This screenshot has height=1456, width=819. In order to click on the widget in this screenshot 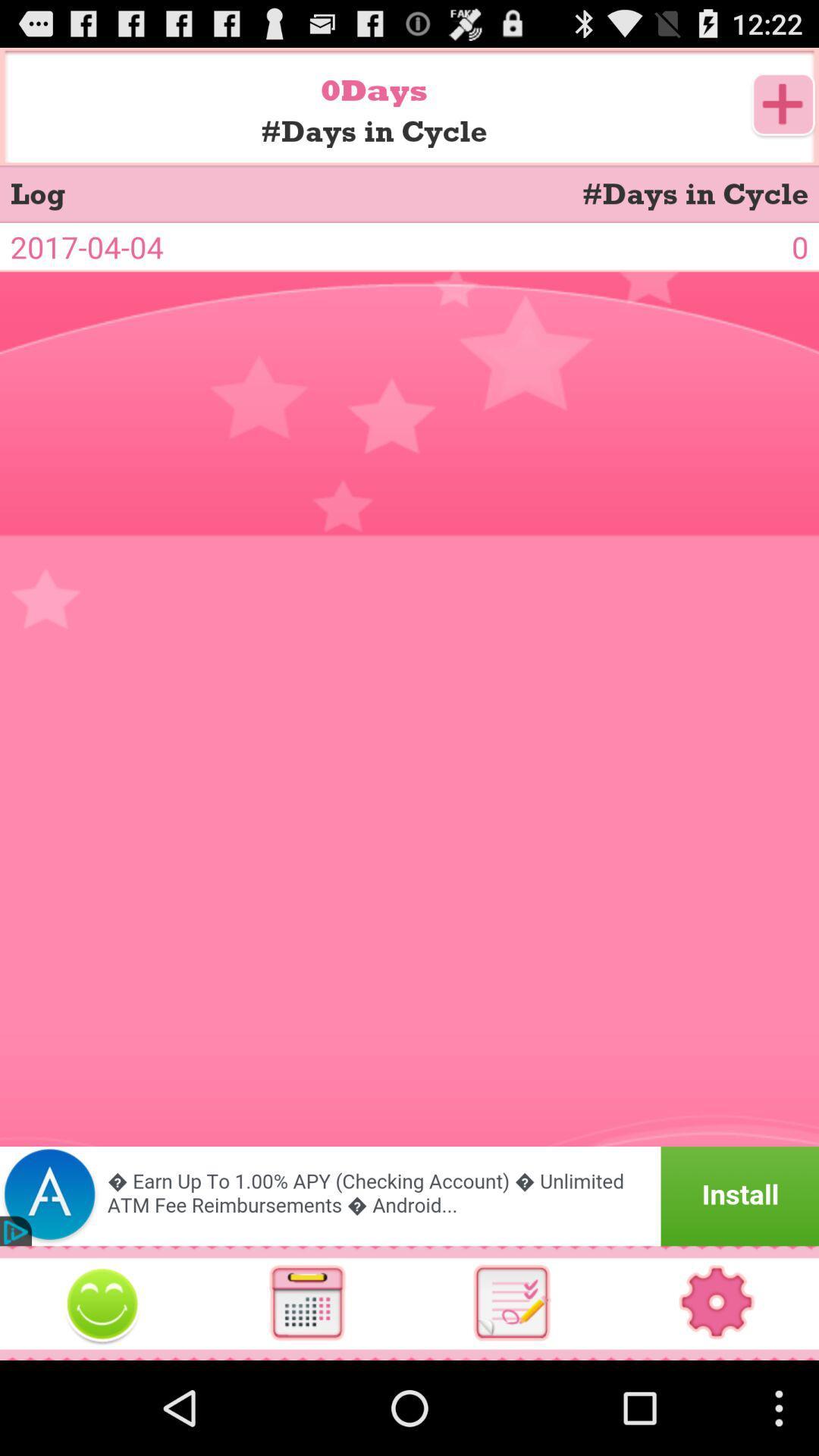, I will do `click(102, 1302)`.